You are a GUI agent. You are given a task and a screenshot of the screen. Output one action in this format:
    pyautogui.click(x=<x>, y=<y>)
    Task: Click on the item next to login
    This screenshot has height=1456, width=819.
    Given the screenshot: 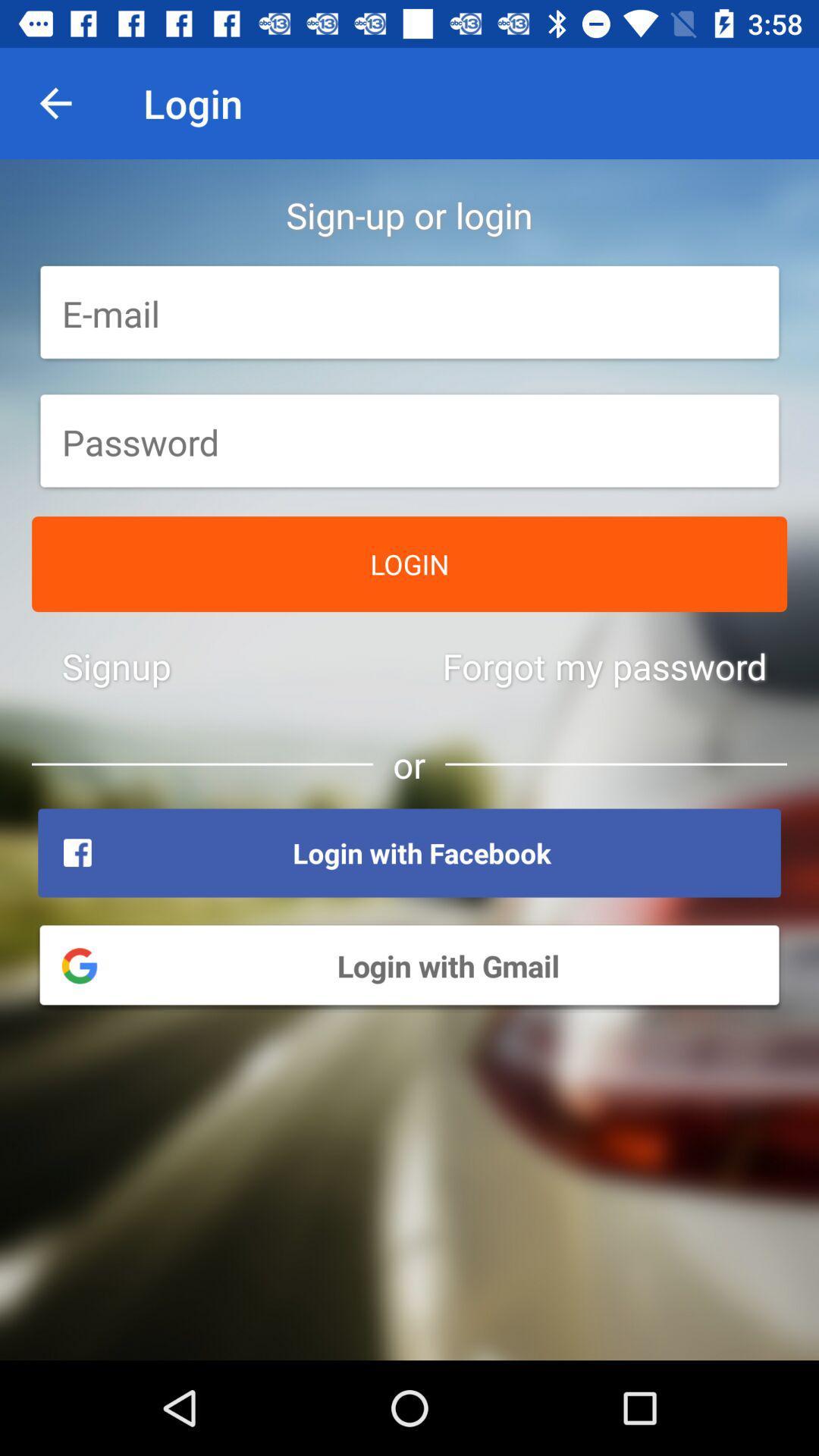 What is the action you would take?
    pyautogui.click(x=55, y=102)
    